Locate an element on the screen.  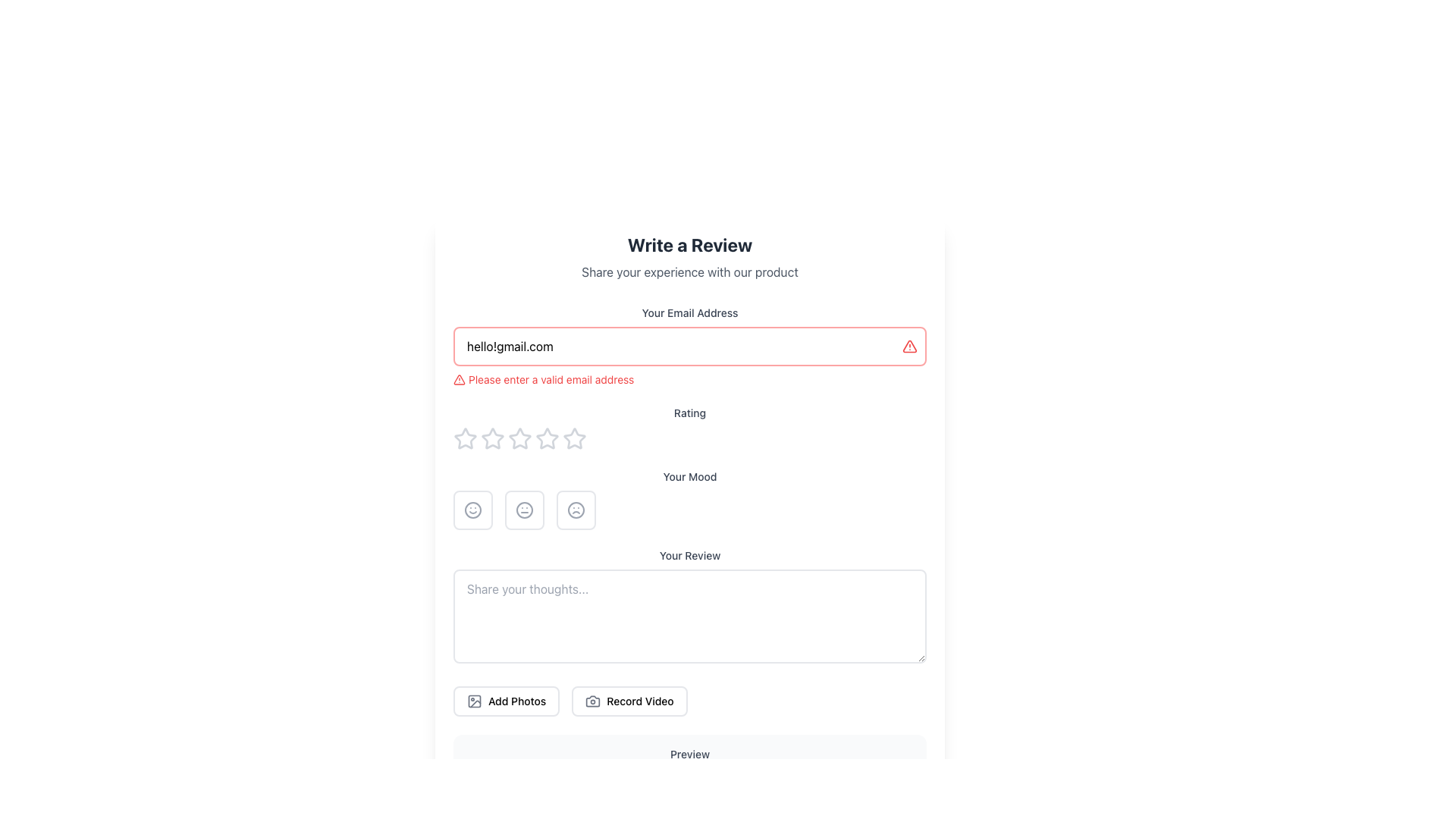
the 'Add Photos' button, which is a rectangular button with rounded edges, white background, gray border, and contains a photo frame icon followed by the text 'Add Photos', located to the left of the 'Record Video' button is located at coordinates (506, 701).